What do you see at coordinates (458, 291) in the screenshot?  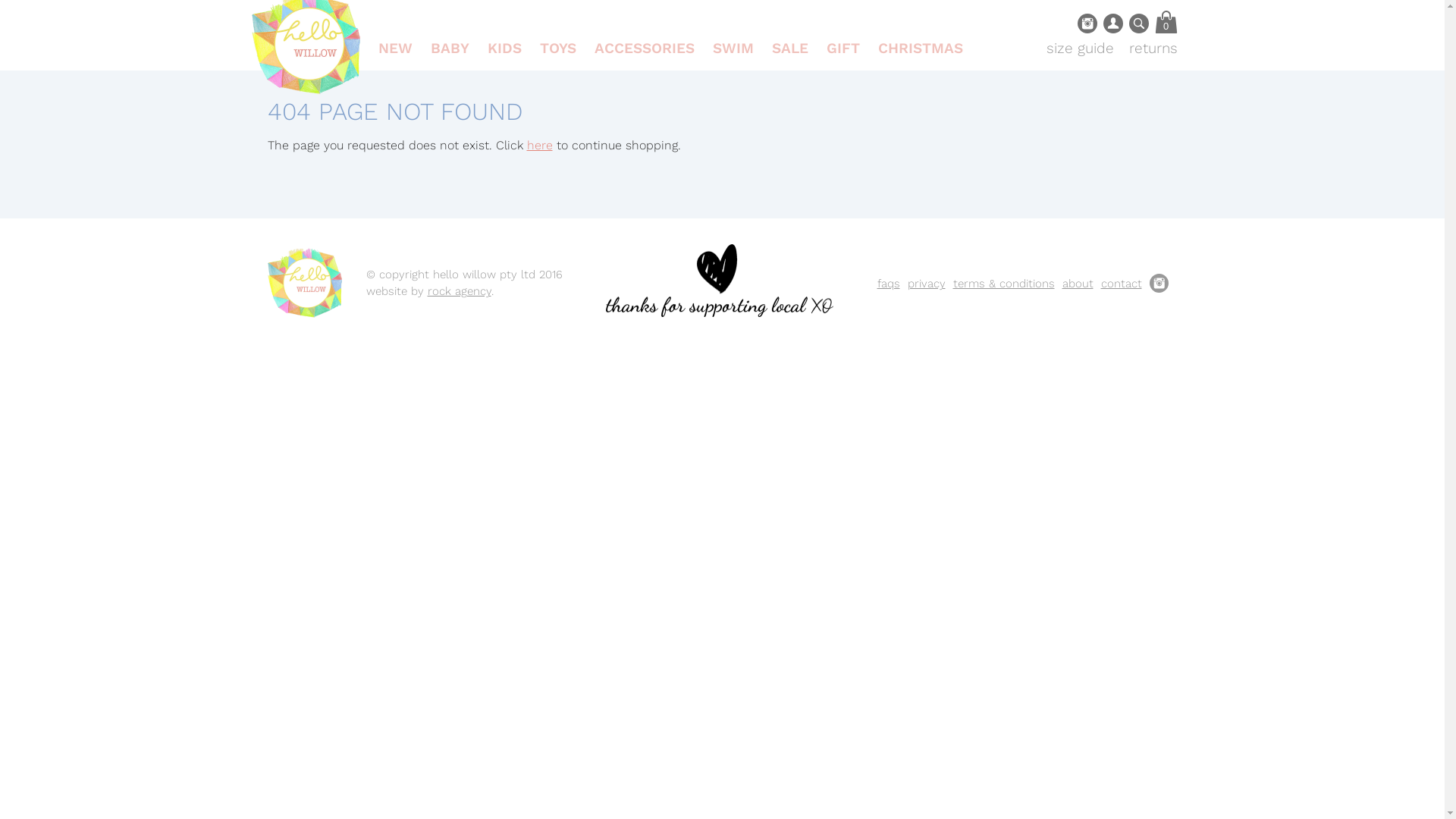 I see `'rock agency'` at bounding box center [458, 291].